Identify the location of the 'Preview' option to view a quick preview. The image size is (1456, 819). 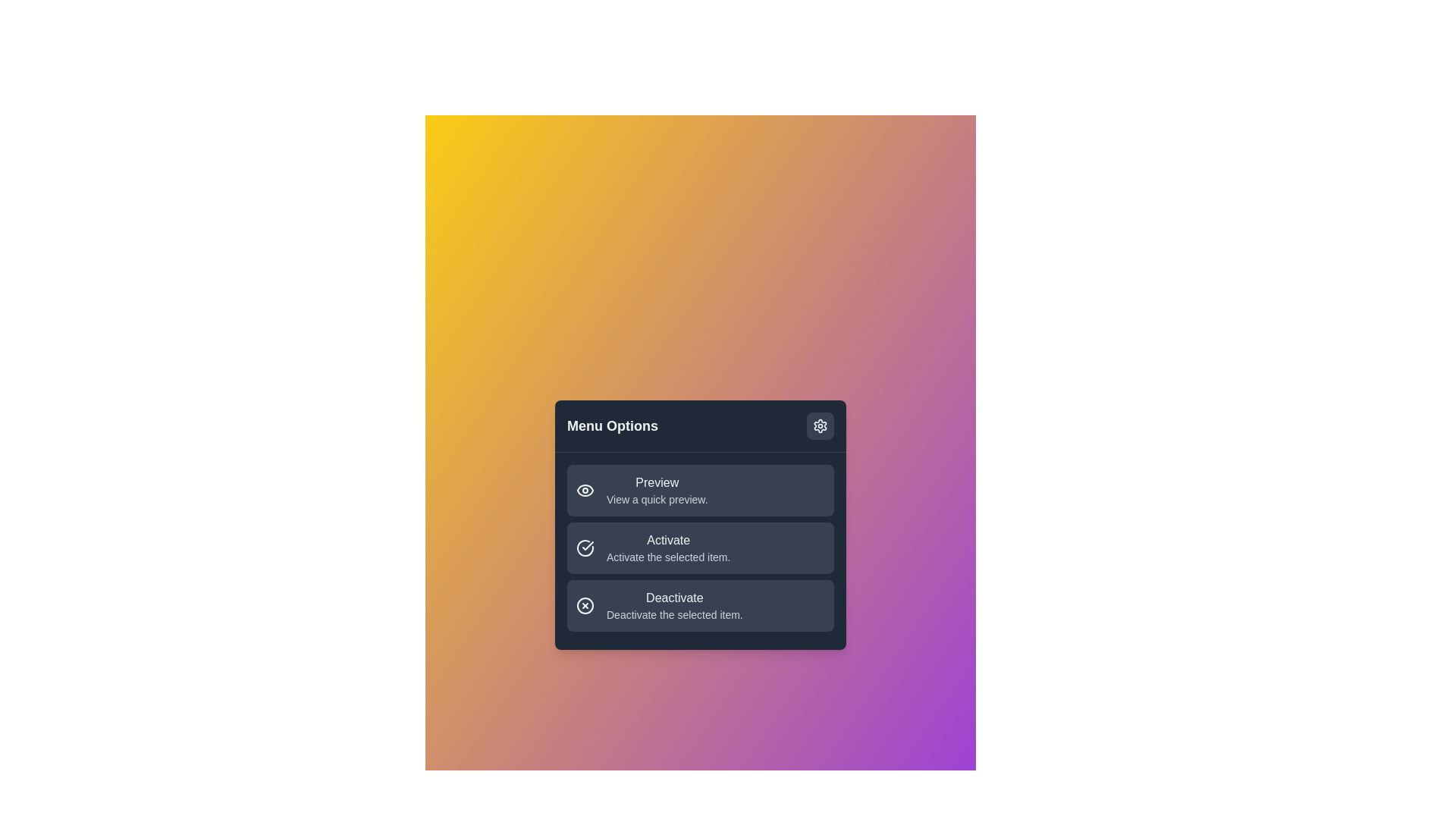
(700, 490).